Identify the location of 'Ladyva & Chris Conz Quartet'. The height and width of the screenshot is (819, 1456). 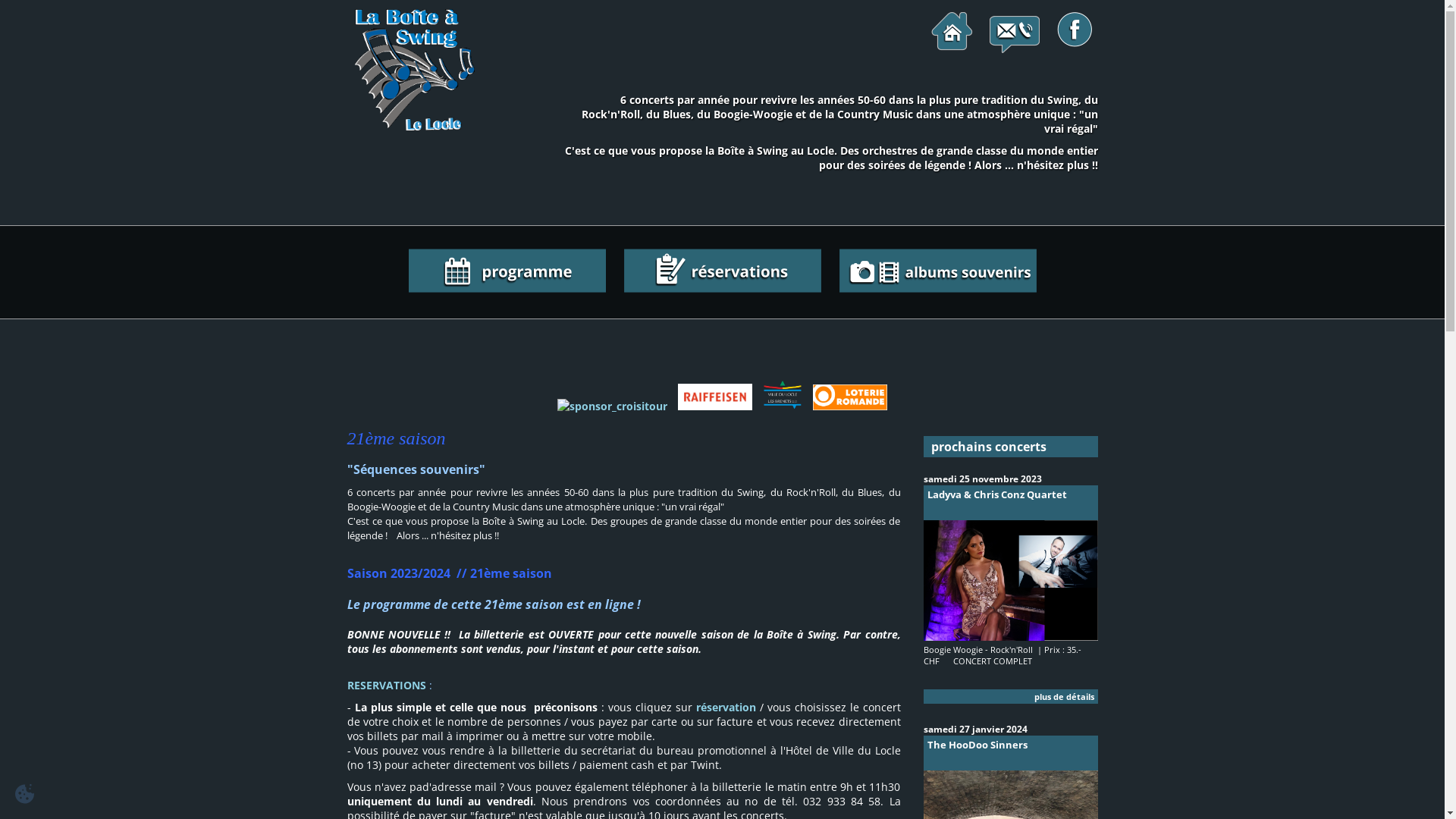
(1011, 503).